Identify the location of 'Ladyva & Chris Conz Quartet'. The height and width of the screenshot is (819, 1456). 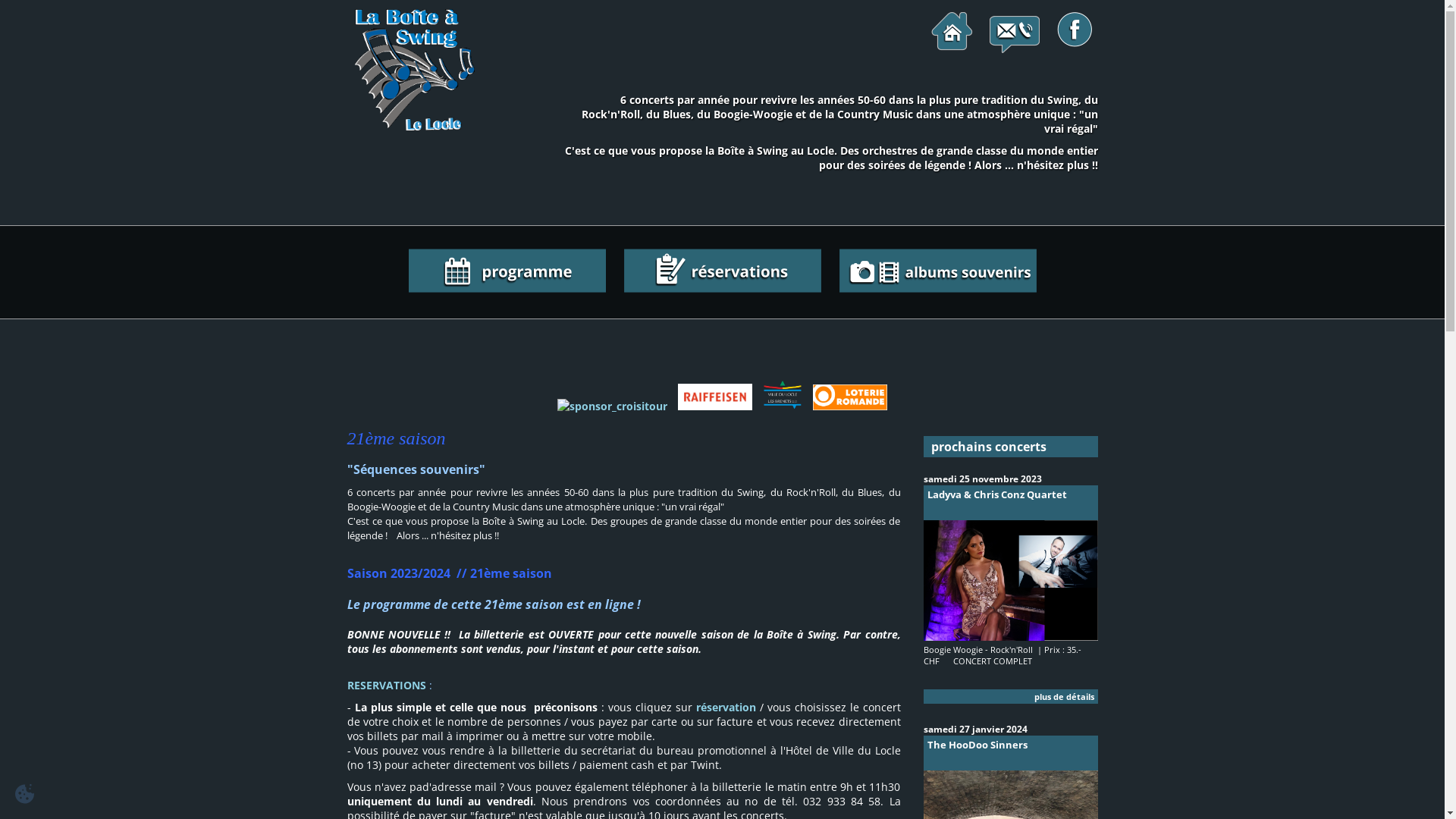
(1011, 503).